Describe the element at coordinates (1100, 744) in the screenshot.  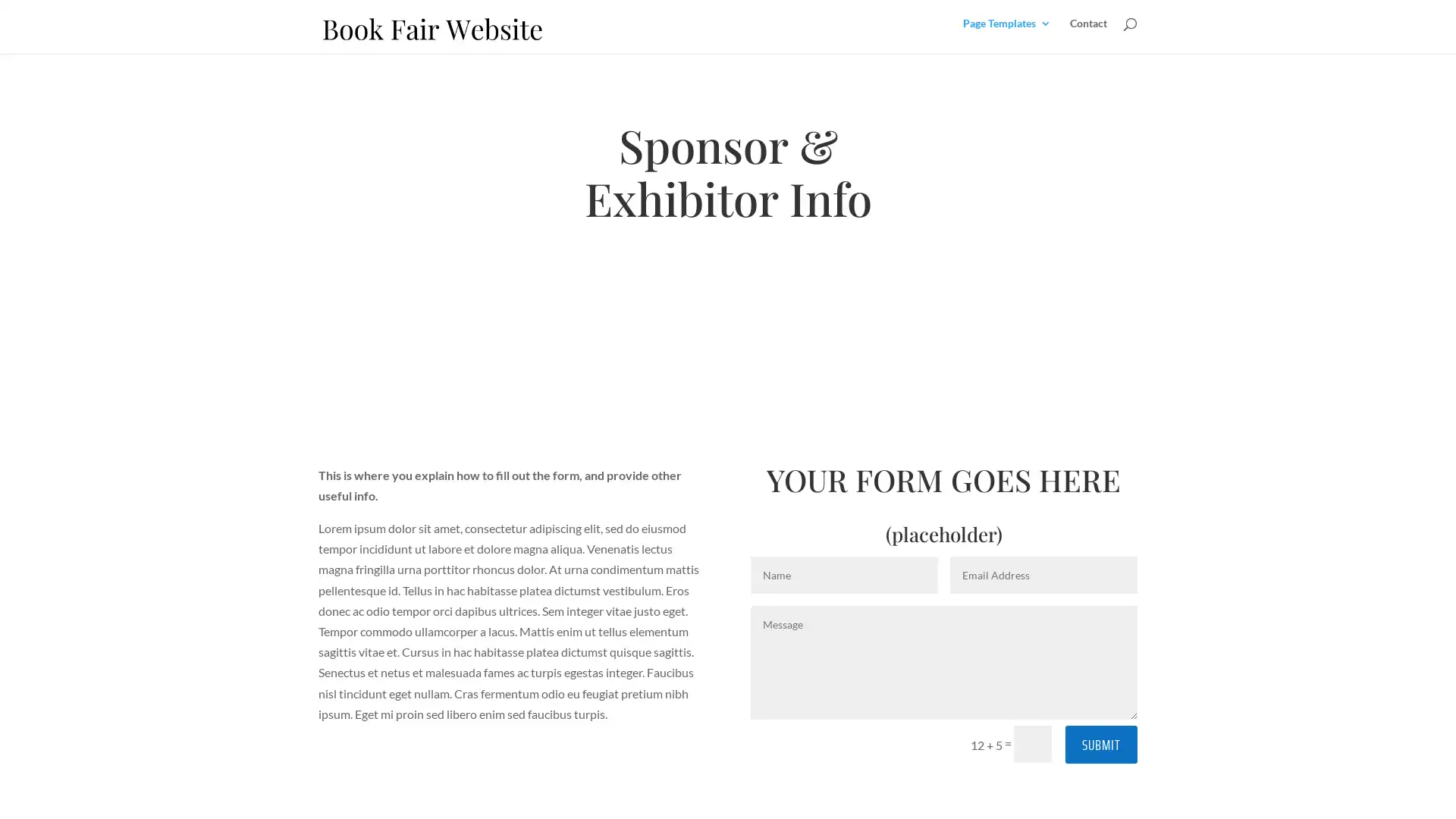
I see `SUBMIT 5` at that location.